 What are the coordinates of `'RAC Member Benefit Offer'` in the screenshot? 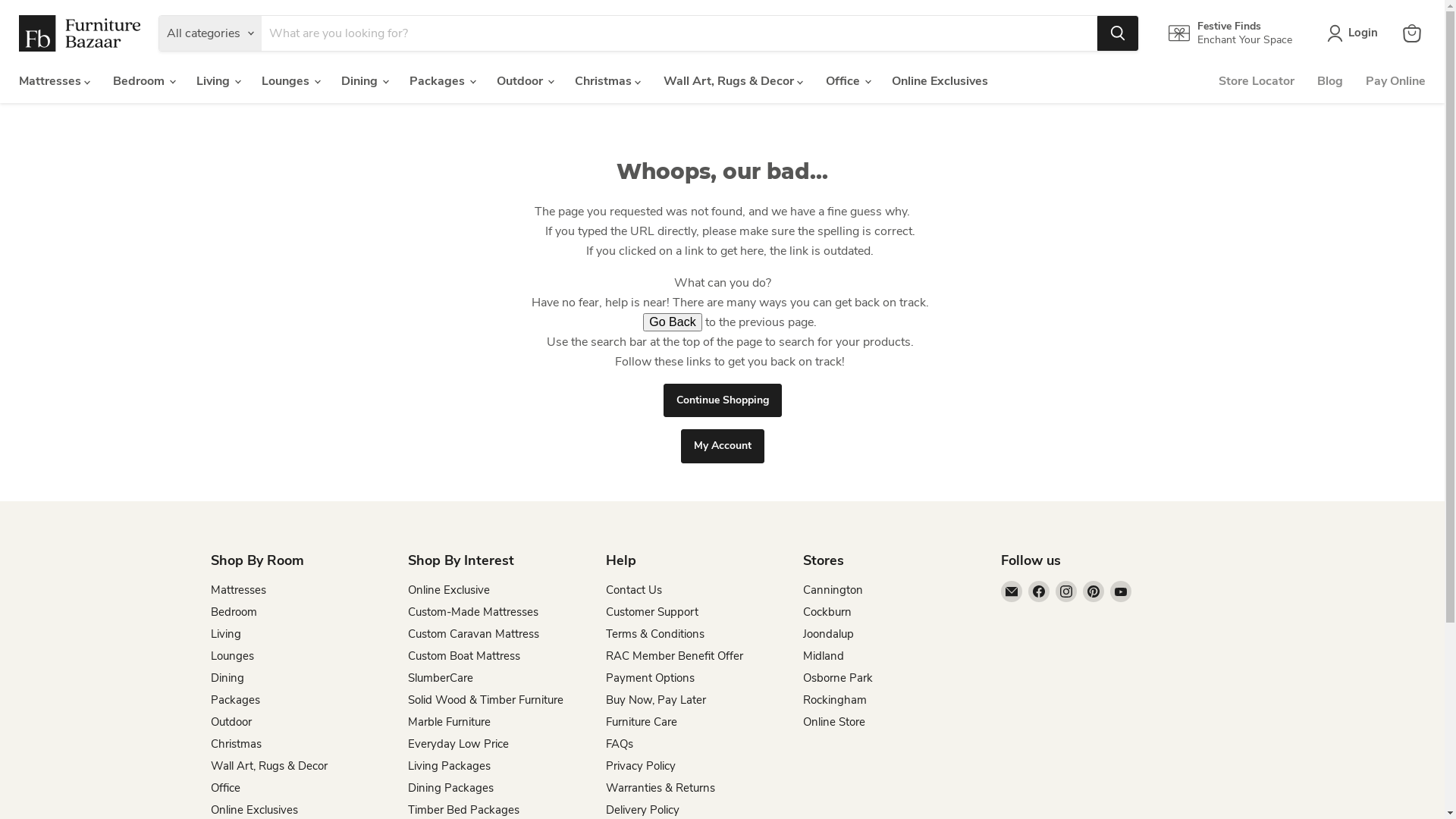 It's located at (673, 654).